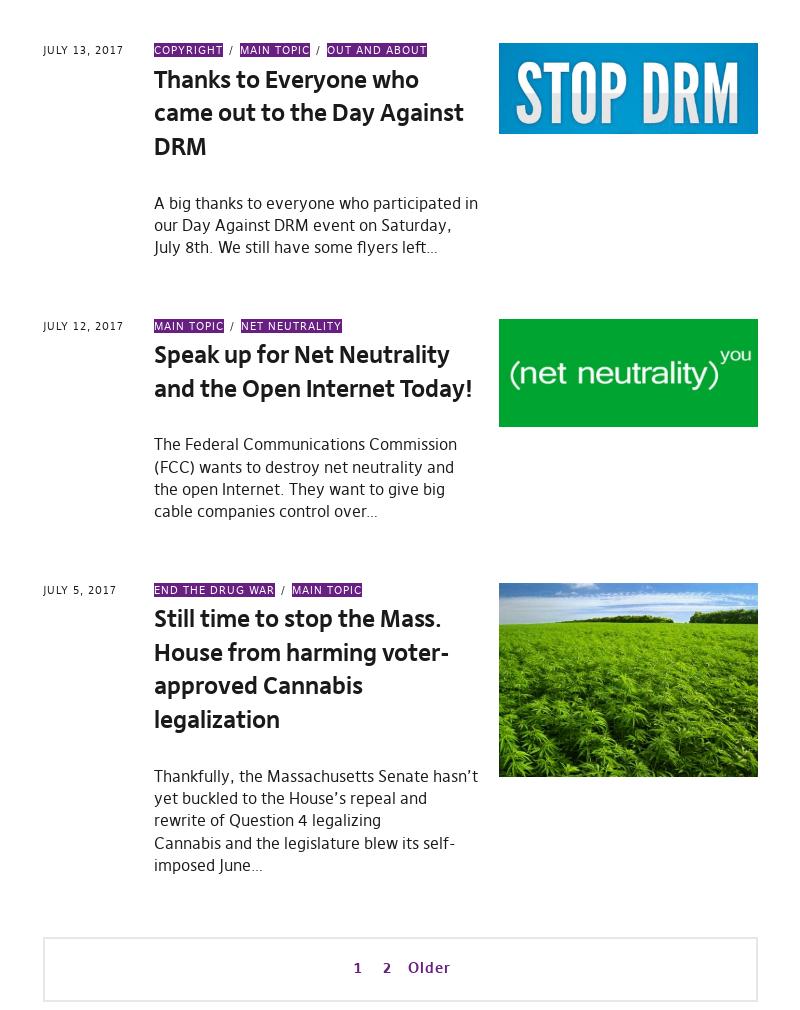  I want to click on '1', so click(352, 966).